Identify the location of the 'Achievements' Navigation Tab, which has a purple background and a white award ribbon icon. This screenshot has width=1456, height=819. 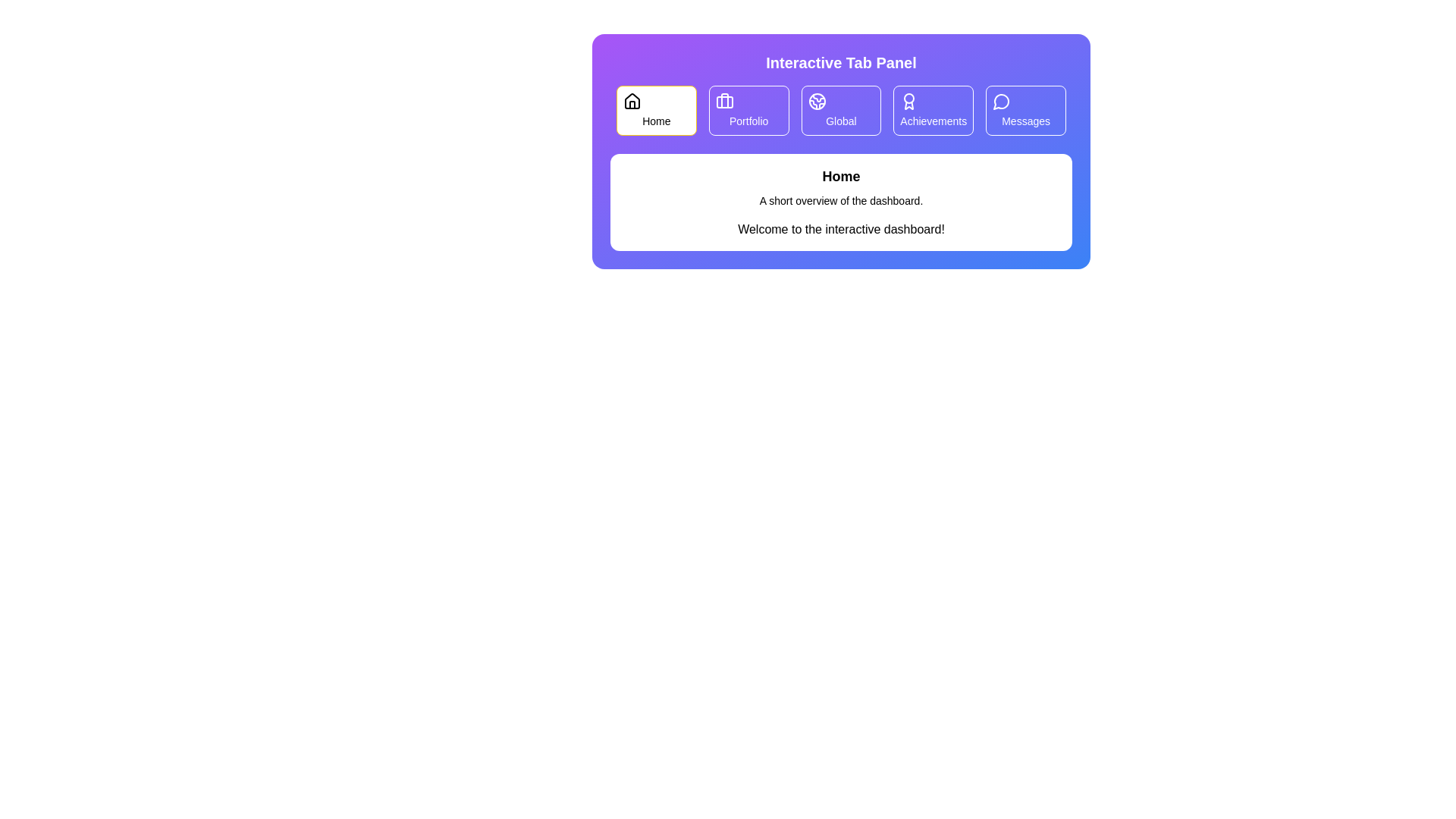
(933, 110).